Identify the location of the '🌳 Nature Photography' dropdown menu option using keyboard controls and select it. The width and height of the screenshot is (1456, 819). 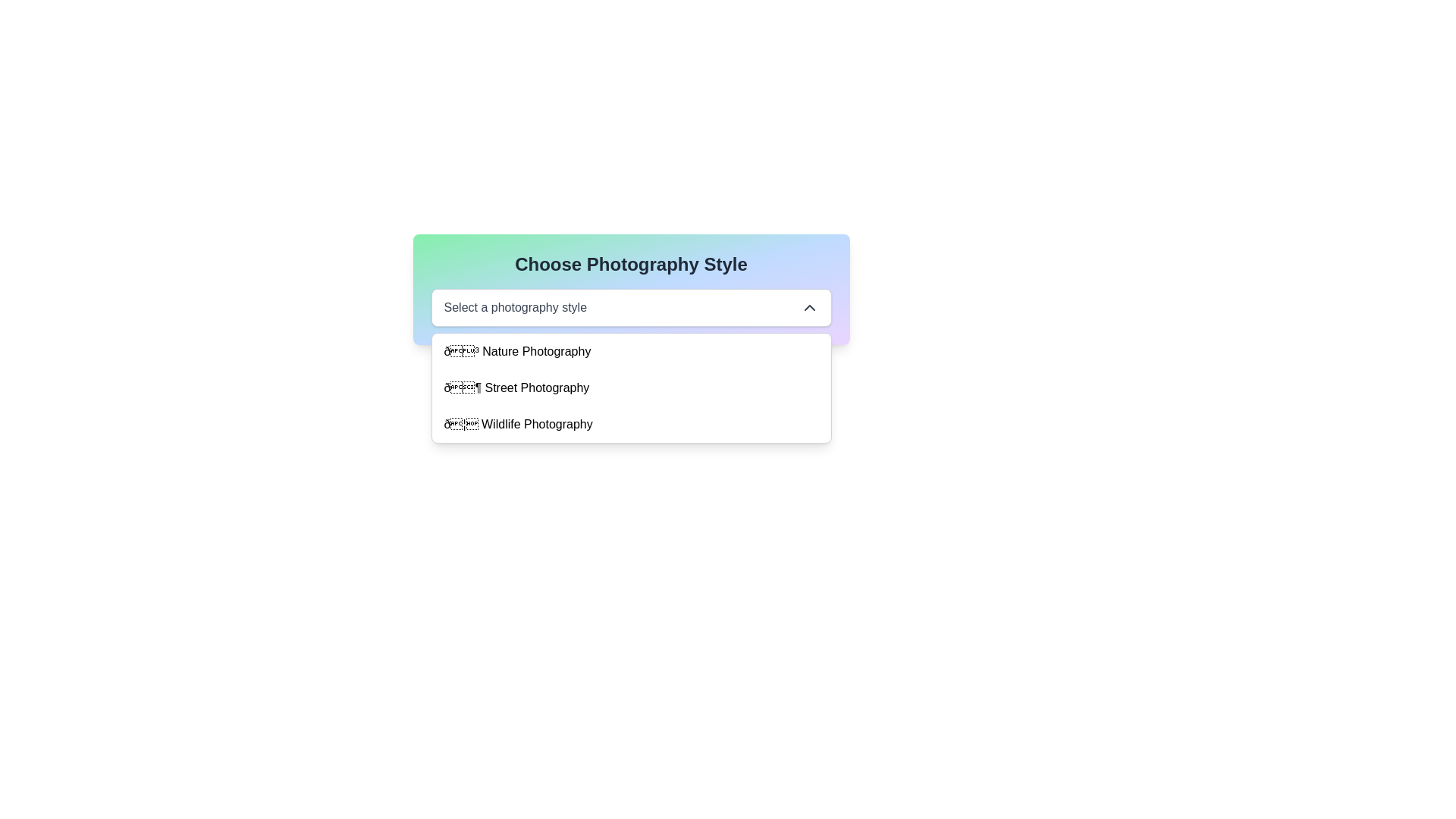
(517, 351).